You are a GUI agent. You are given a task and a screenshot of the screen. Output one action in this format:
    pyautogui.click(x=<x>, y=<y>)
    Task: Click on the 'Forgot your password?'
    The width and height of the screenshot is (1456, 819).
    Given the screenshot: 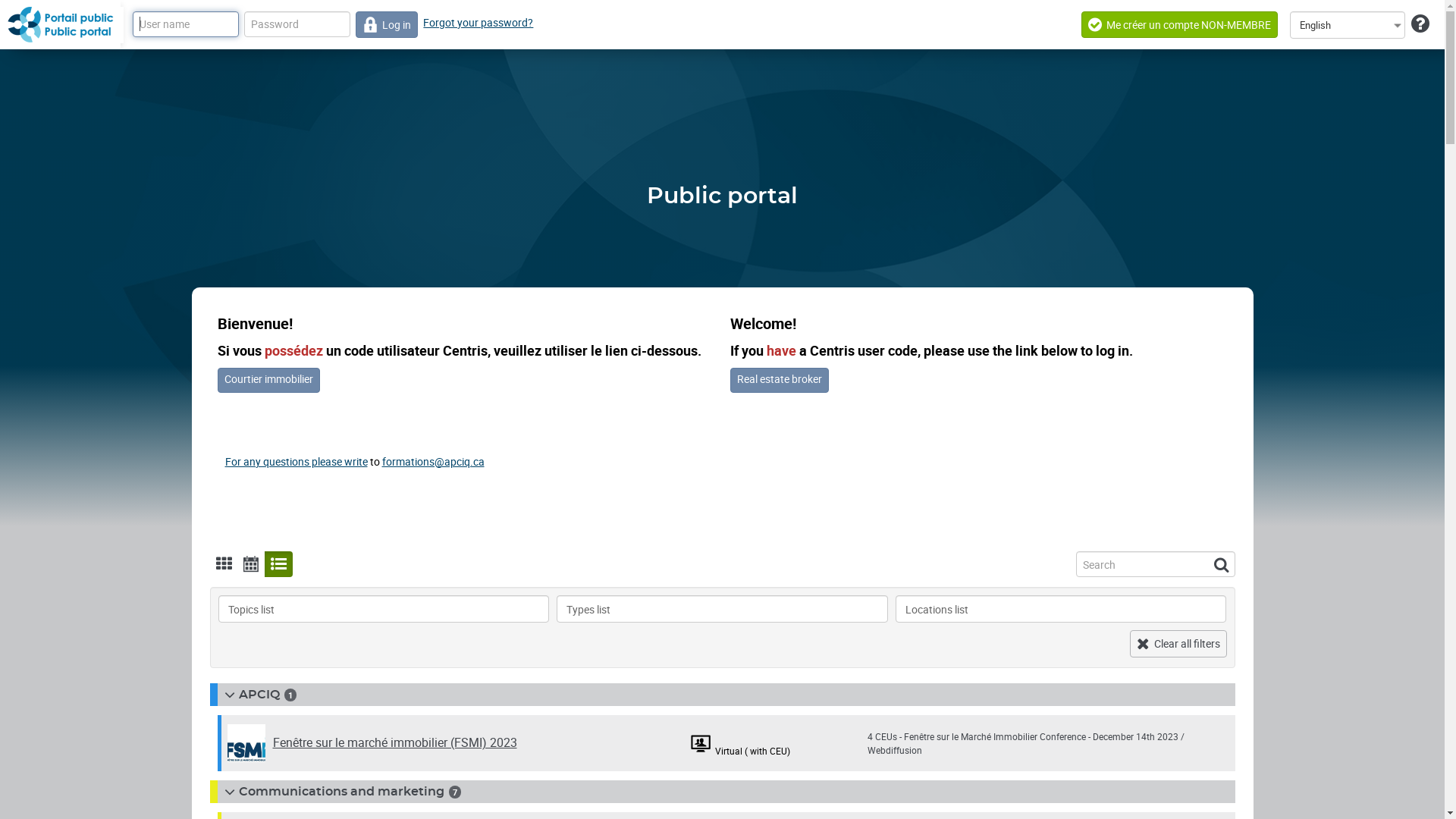 What is the action you would take?
    pyautogui.click(x=477, y=23)
    